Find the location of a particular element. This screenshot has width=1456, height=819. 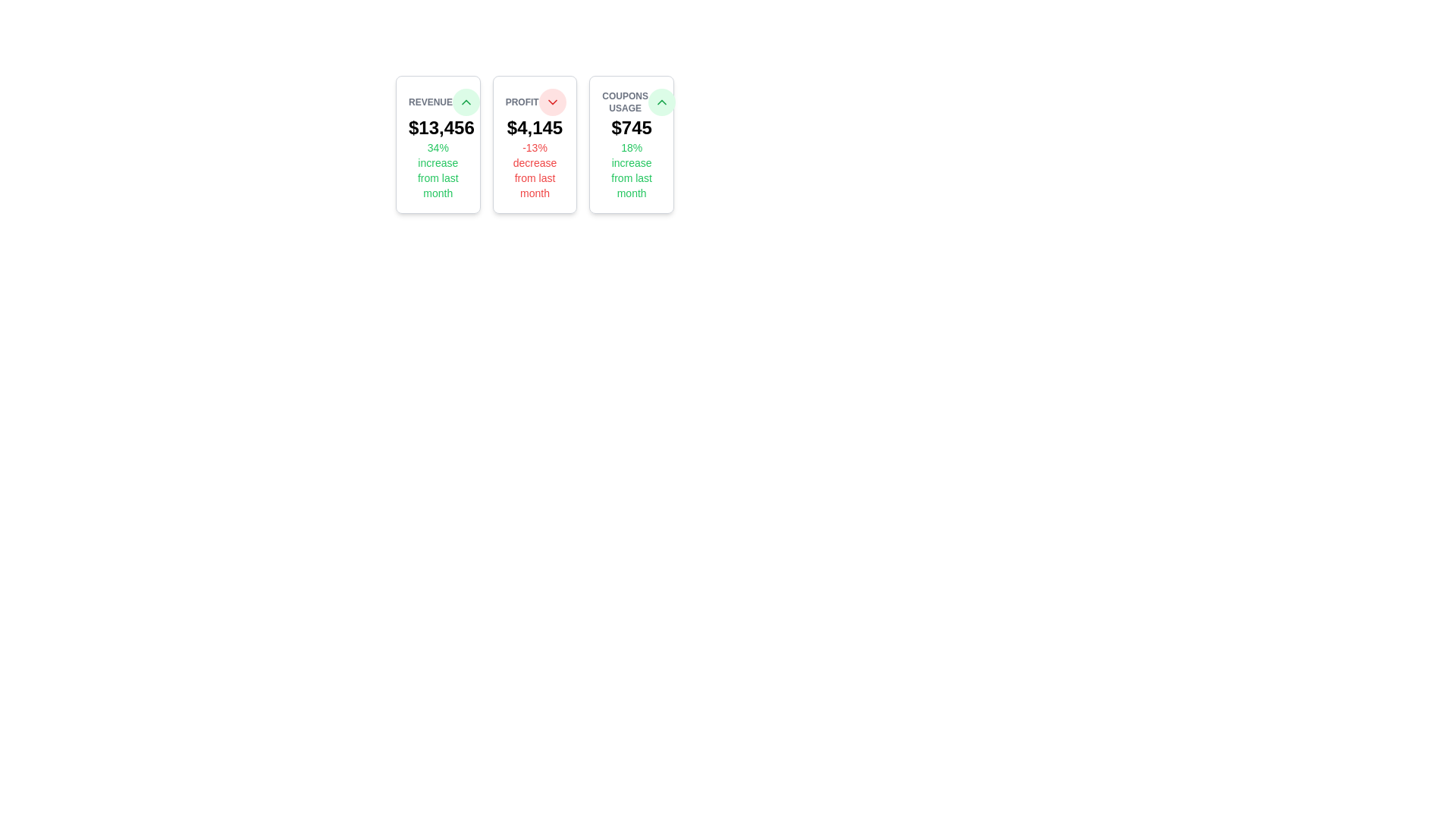

the text label displaying the percentage increase related to the revenue metric, located beneath the bold text '$13,456' is located at coordinates (437, 170).